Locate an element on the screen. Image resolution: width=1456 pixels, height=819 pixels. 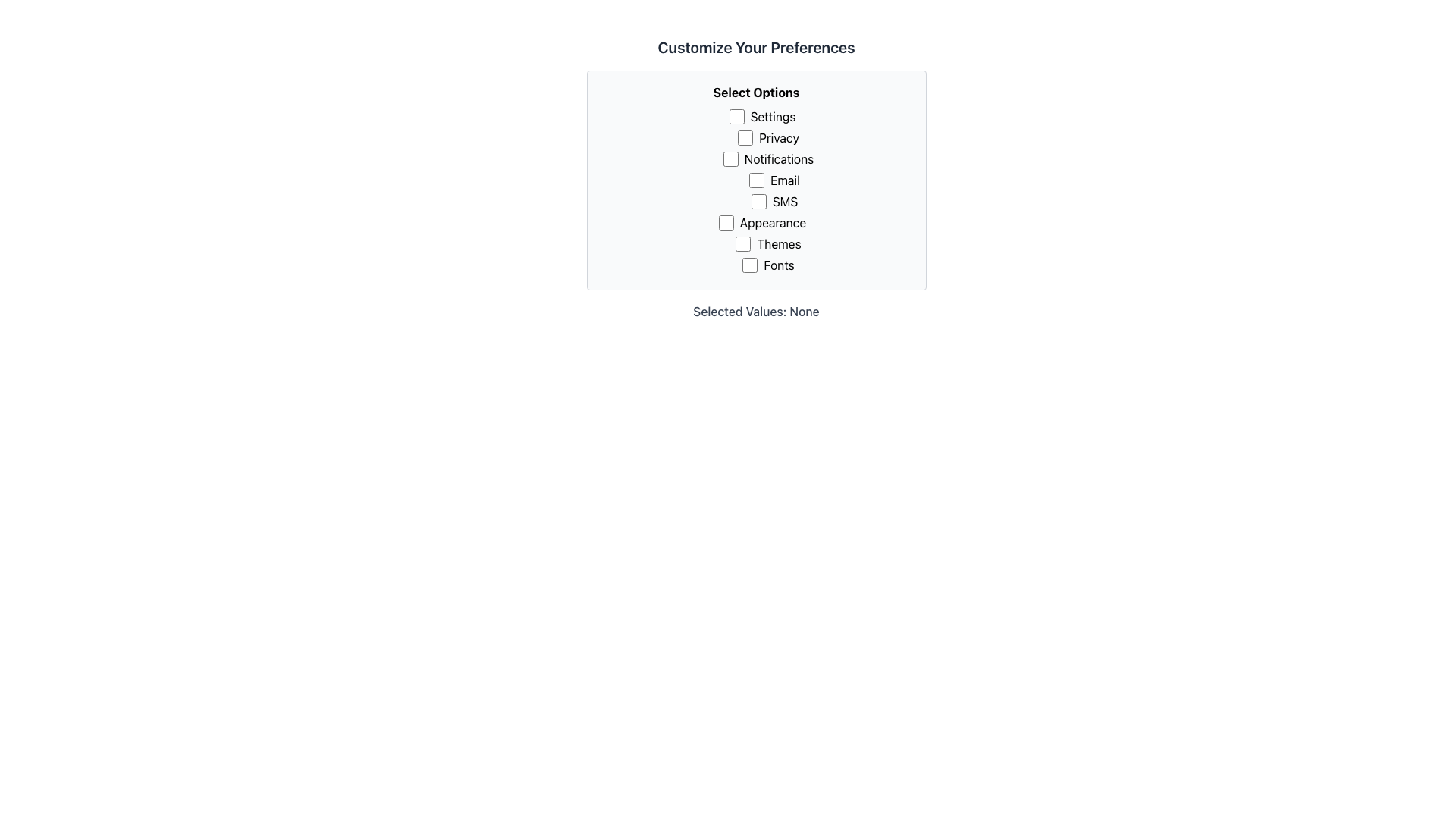
text label displaying 'Themes' located in the middle right section of the interface within the 'Appearance' options group, positioned below 'Appearance' and above 'Fonts' is located at coordinates (768, 245).